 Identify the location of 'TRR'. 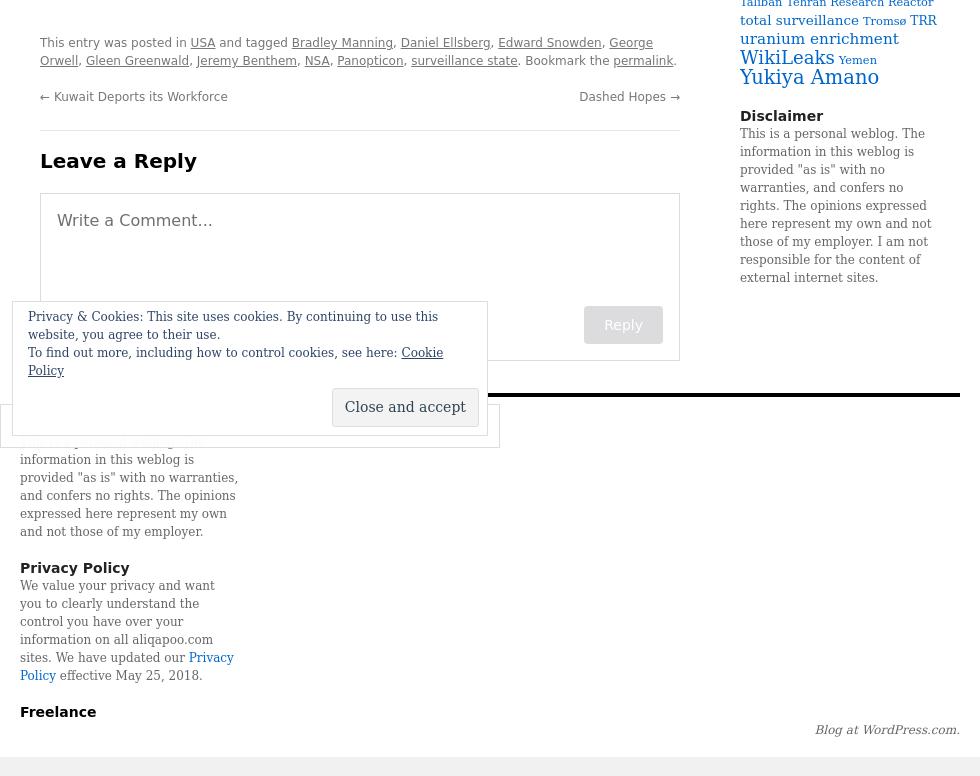
(922, 21).